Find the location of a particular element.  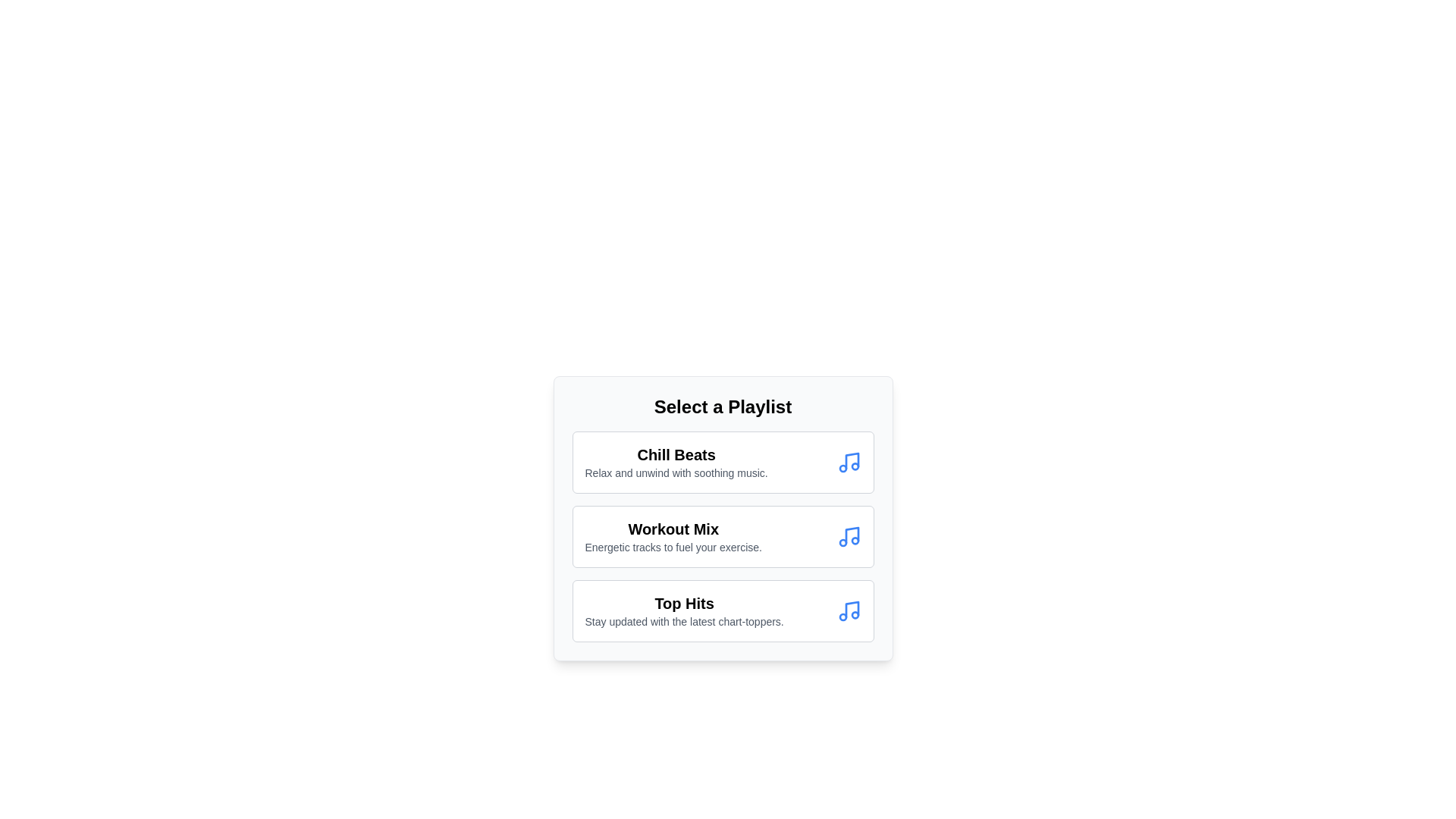

to select the 'Workout Mix' playlist option, which includes the text 'Energetic tracks to fuel your exercise.' and a blue musical note icon, located in the list under 'Select a Playlist.' is located at coordinates (722, 536).